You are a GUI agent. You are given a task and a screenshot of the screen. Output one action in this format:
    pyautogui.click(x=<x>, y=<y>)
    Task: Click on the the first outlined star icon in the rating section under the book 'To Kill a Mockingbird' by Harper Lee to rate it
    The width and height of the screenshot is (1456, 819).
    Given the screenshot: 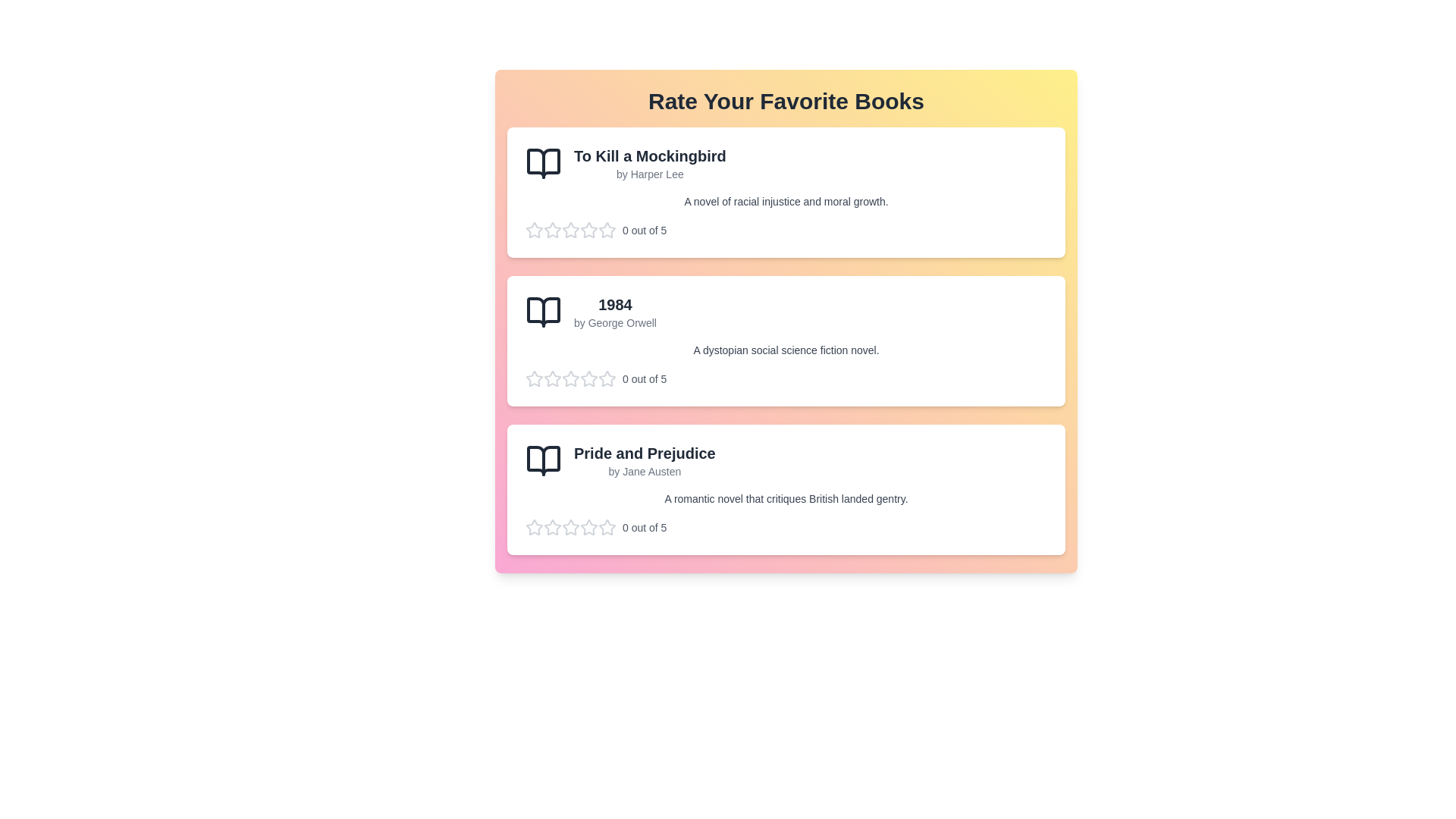 What is the action you would take?
    pyautogui.click(x=552, y=230)
    